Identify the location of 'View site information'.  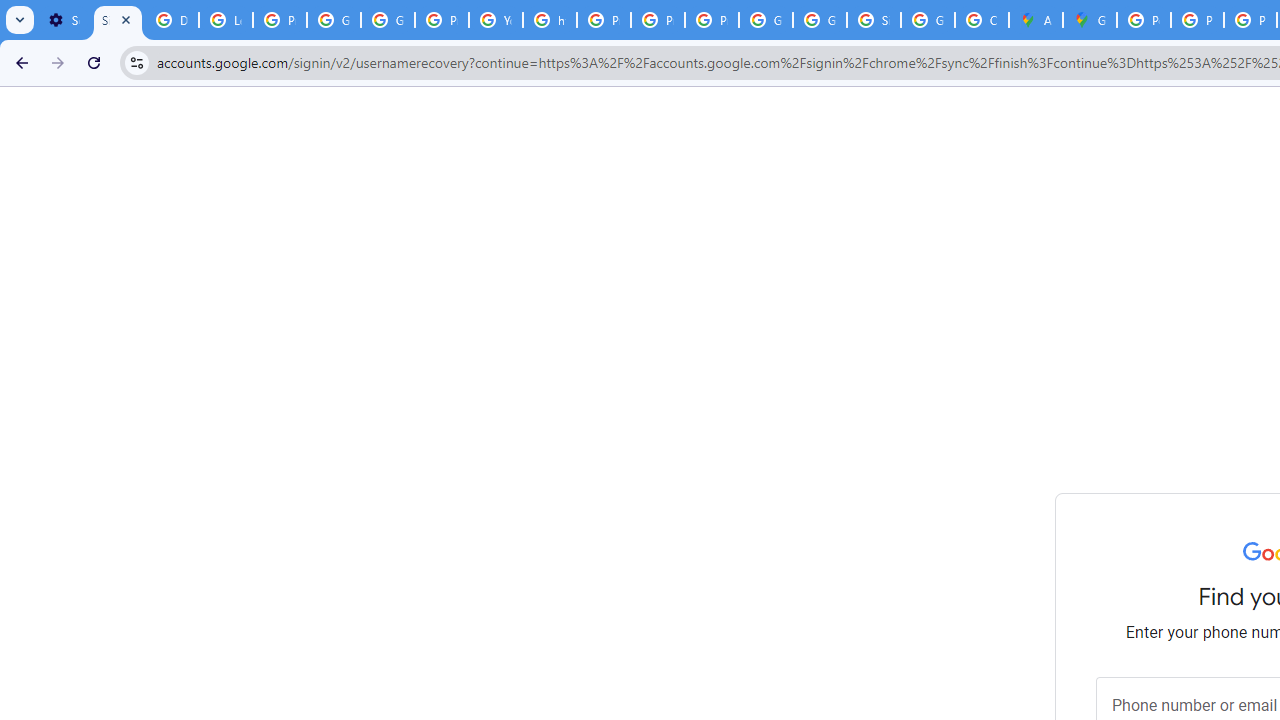
(135, 61).